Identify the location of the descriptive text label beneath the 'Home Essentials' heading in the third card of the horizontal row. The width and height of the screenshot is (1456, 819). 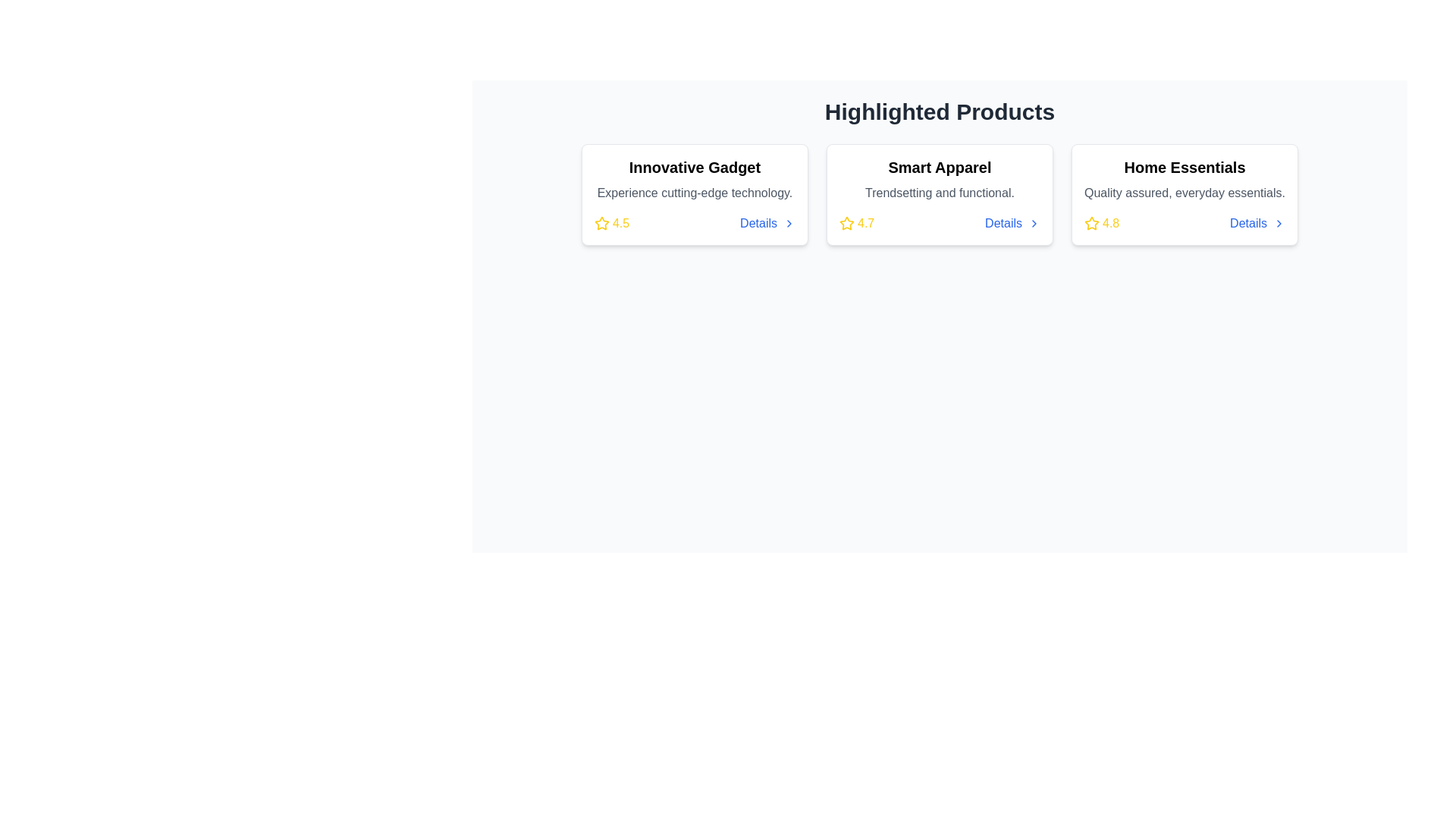
(1184, 192).